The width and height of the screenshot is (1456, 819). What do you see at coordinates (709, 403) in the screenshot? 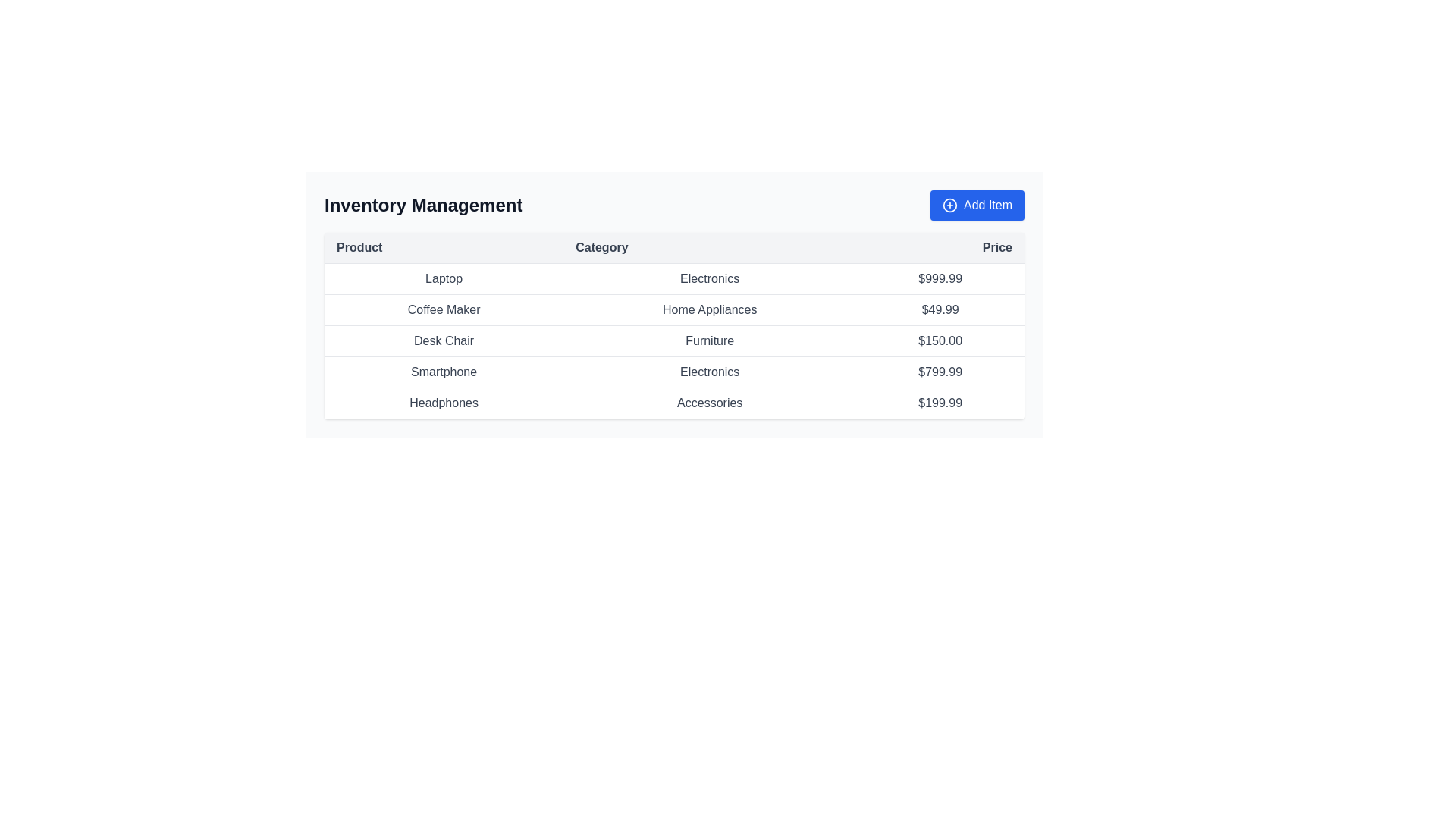
I see `displayed text of the 'Accessories' label located in the 'Category' column of the product entry for 'Headphones'` at bounding box center [709, 403].